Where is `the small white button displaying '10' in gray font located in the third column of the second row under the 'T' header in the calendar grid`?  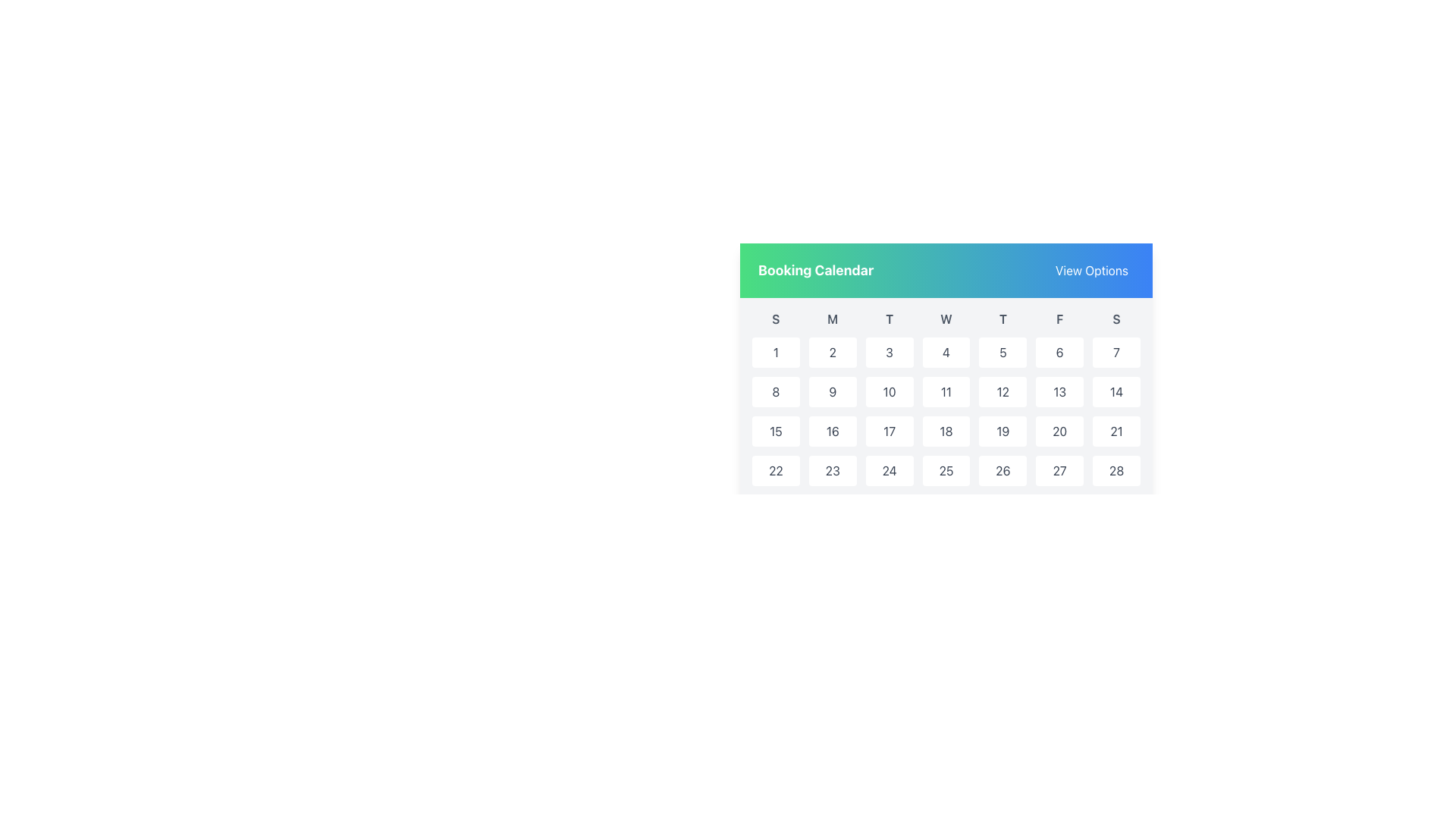 the small white button displaying '10' in gray font located in the third column of the second row under the 'T' header in the calendar grid is located at coordinates (890, 391).